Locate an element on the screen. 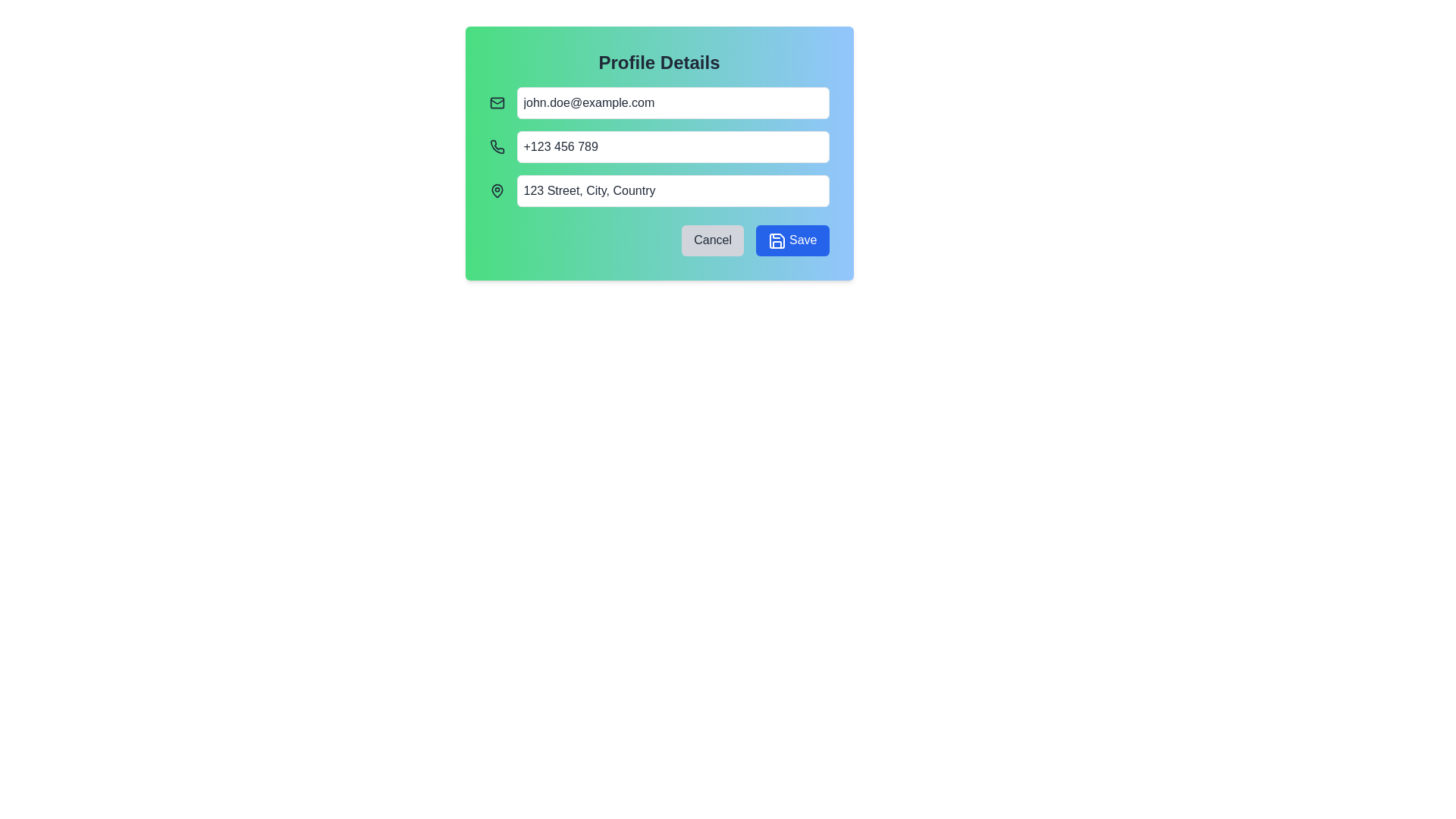 Image resolution: width=1456 pixels, height=819 pixels. the 'Profile Details' text label, which is displayed in bold and large font at the top center of a color gradient rectangle, contrasting against a green-to-blue background is located at coordinates (659, 62).